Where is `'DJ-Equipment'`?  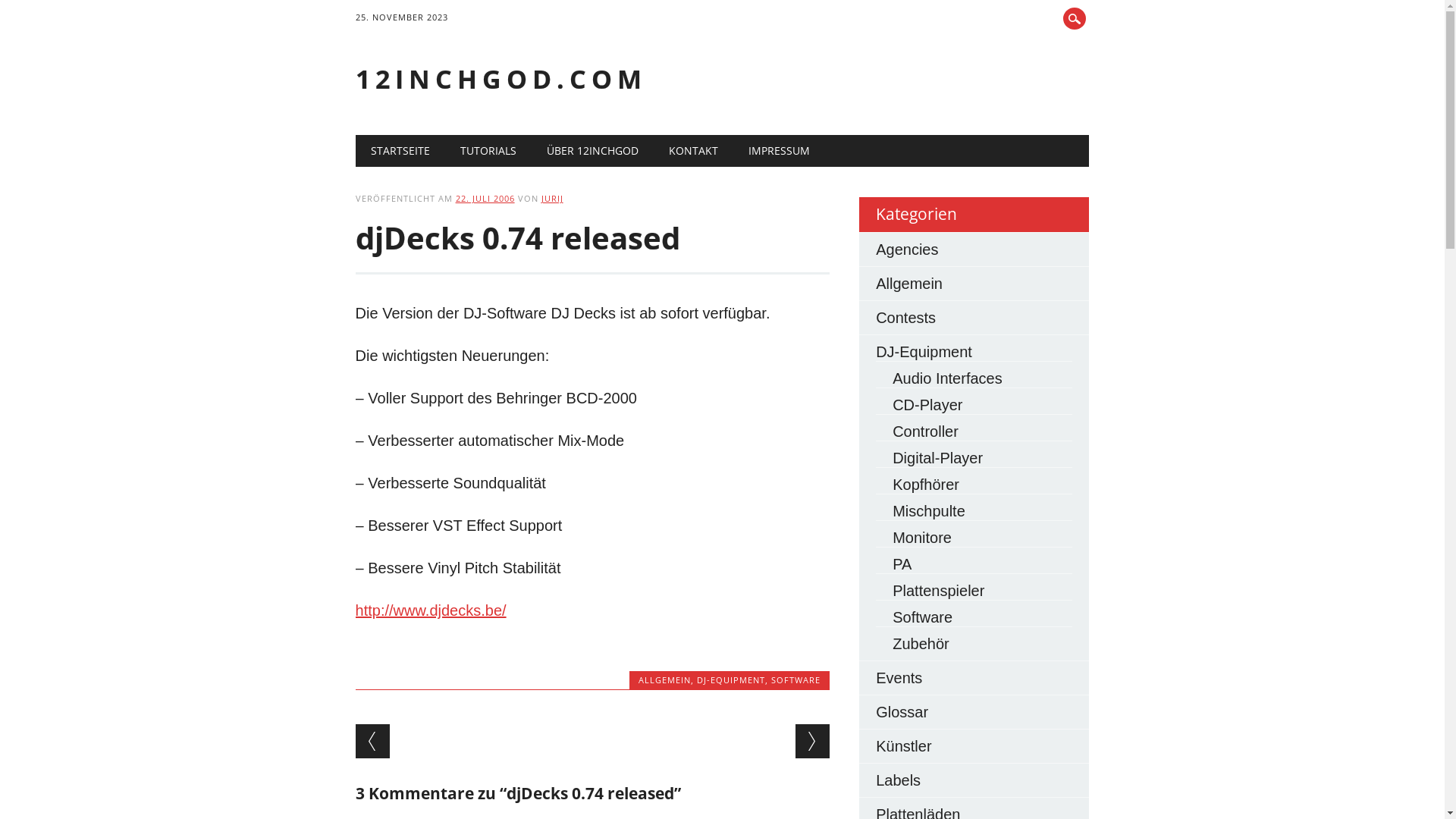
'DJ-Equipment' is located at coordinates (923, 351).